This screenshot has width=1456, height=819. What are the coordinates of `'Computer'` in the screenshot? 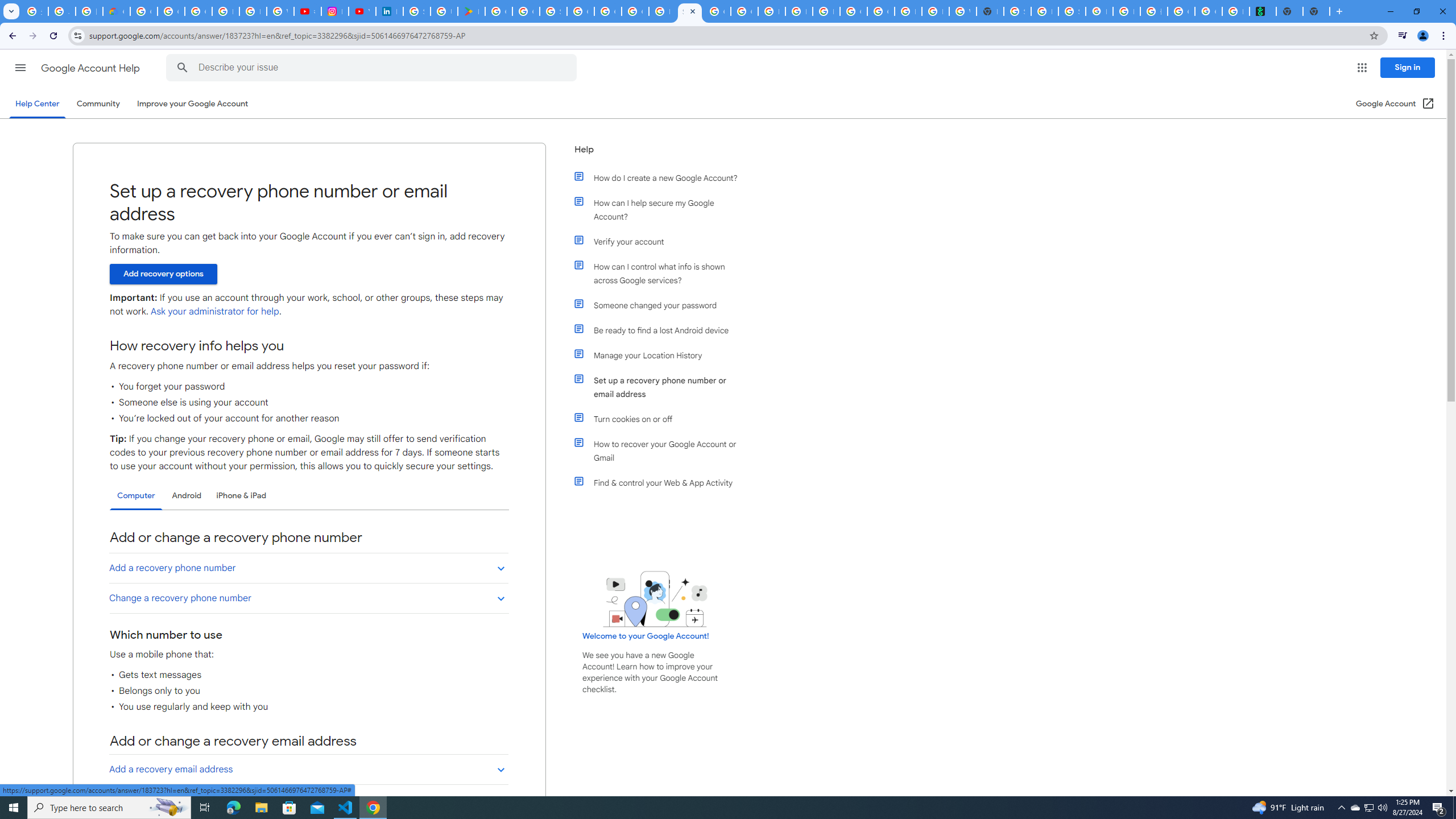 It's located at (136, 496).